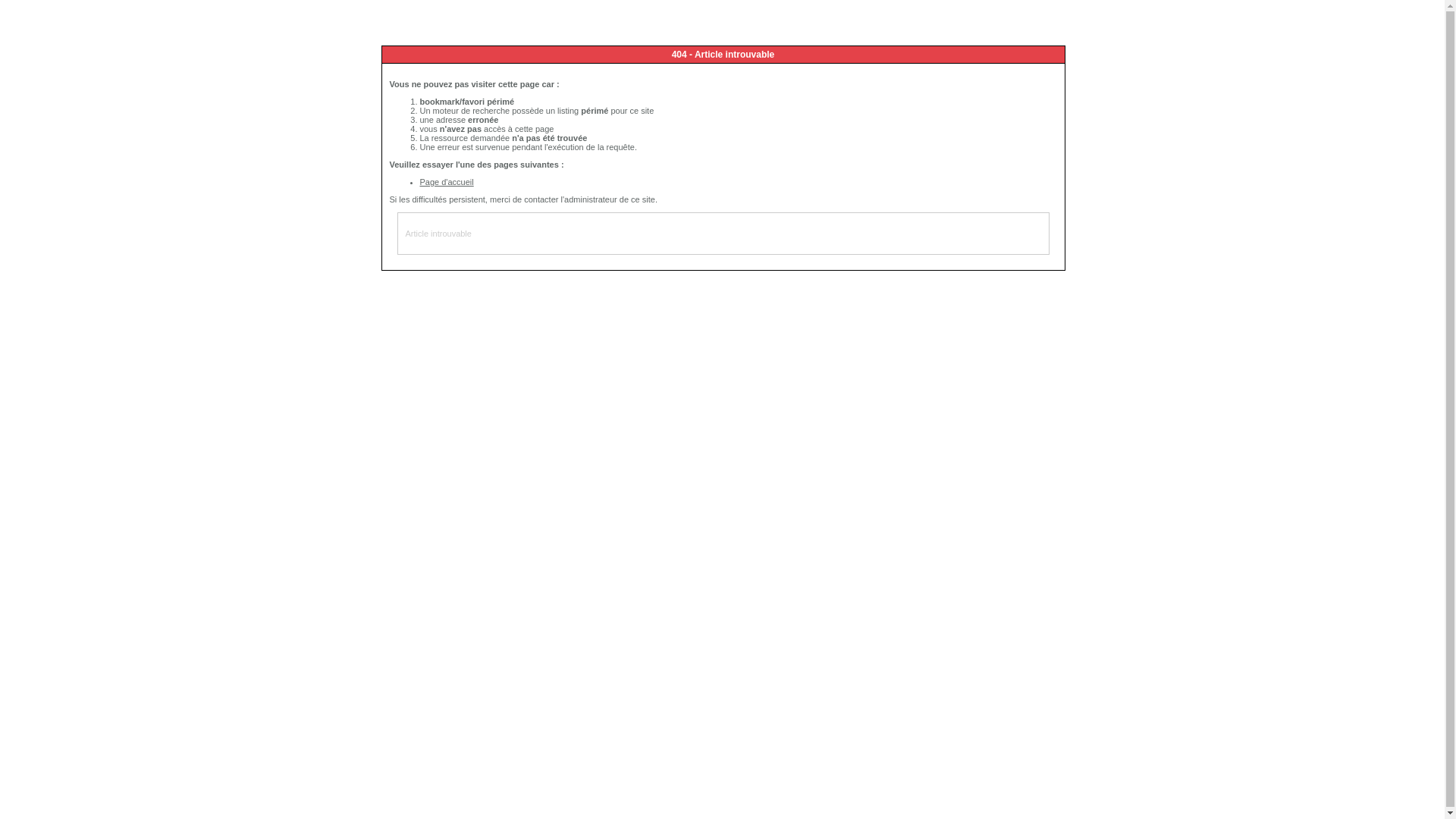  Describe the element at coordinates (446, 180) in the screenshot. I see `'Page d'accueil'` at that location.